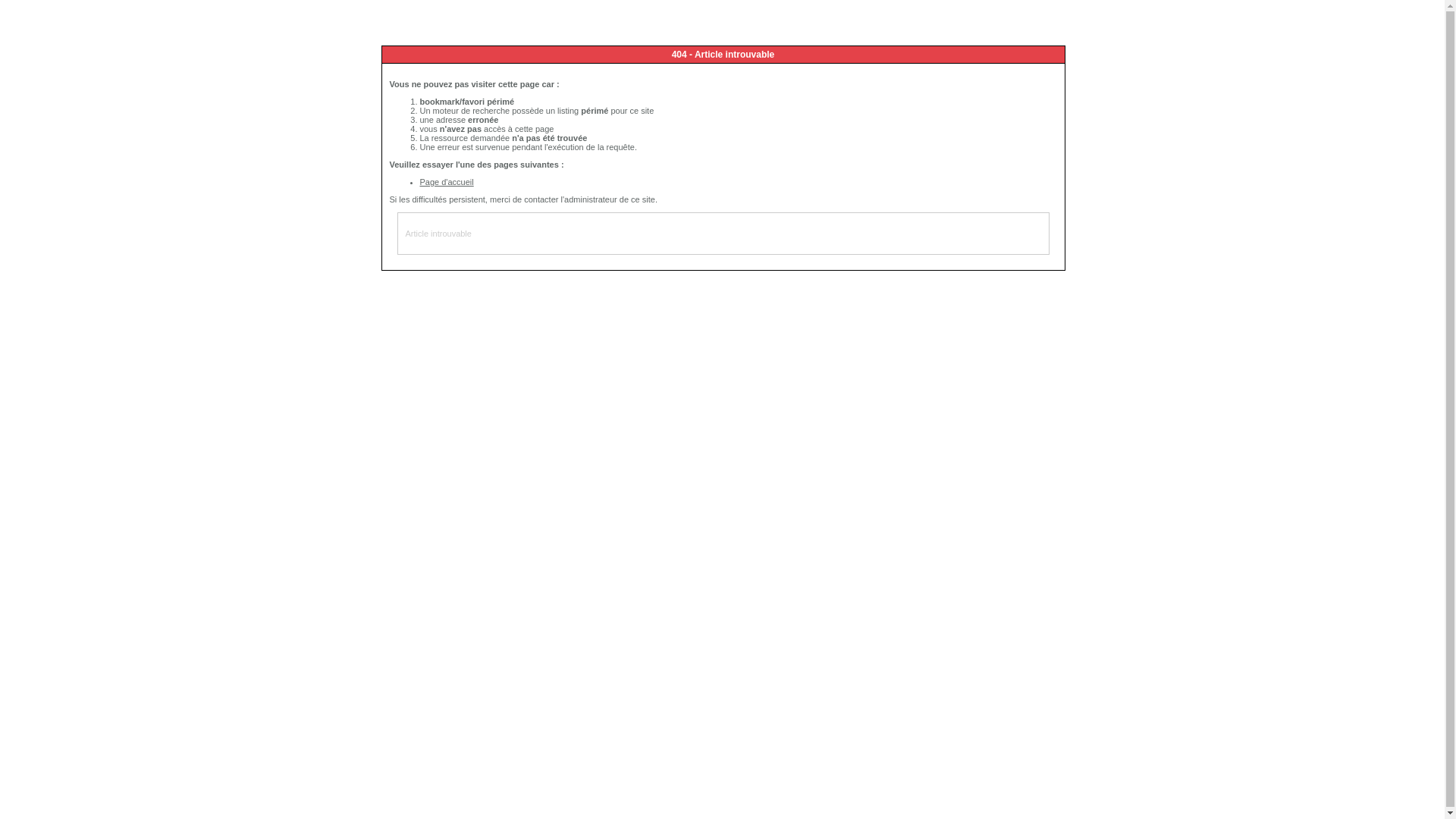  Describe the element at coordinates (446, 180) in the screenshot. I see `'Page d'accueil'` at that location.